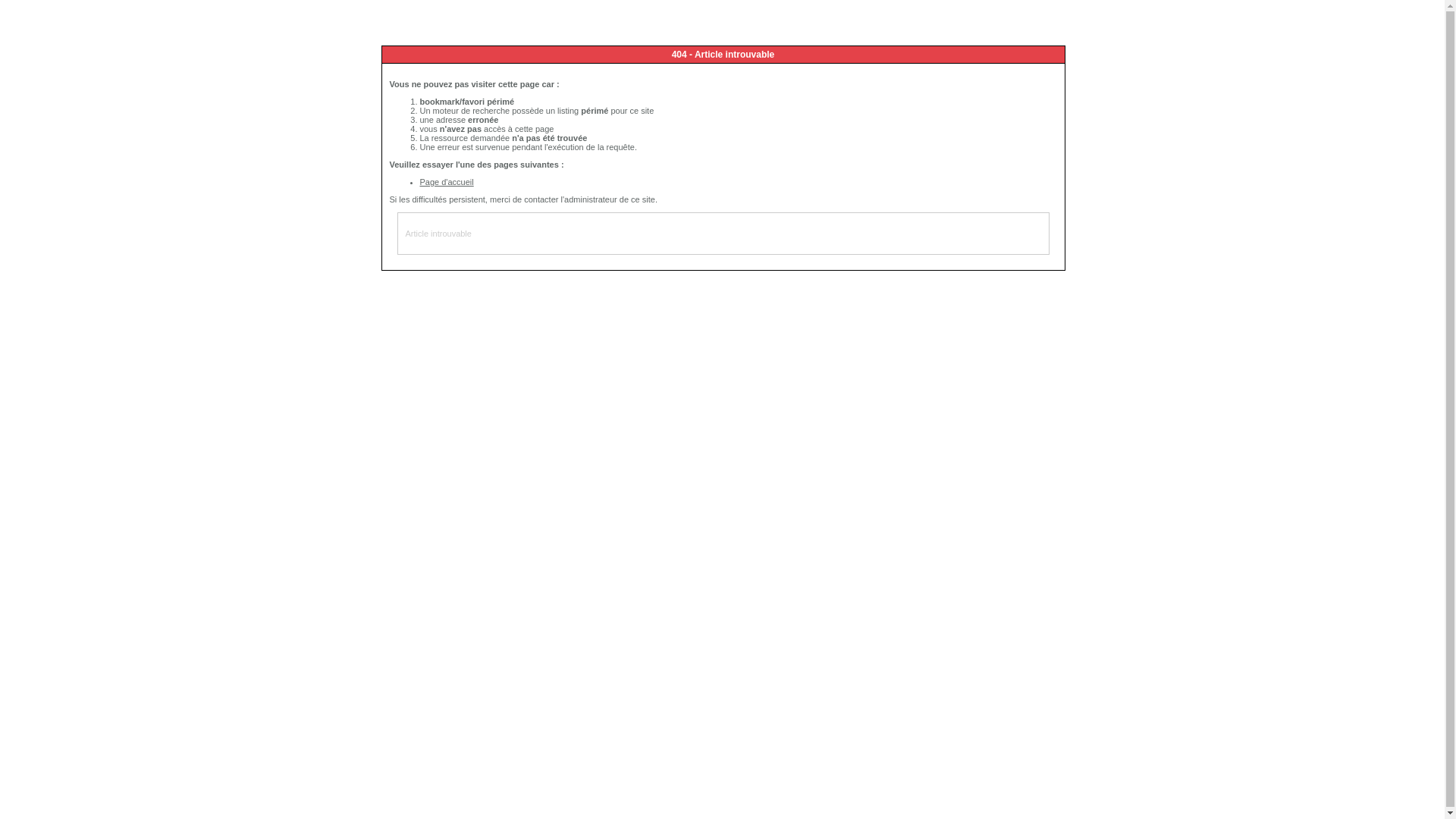  Describe the element at coordinates (446, 180) in the screenshot. I see `'Page d'accueil'` at that location.